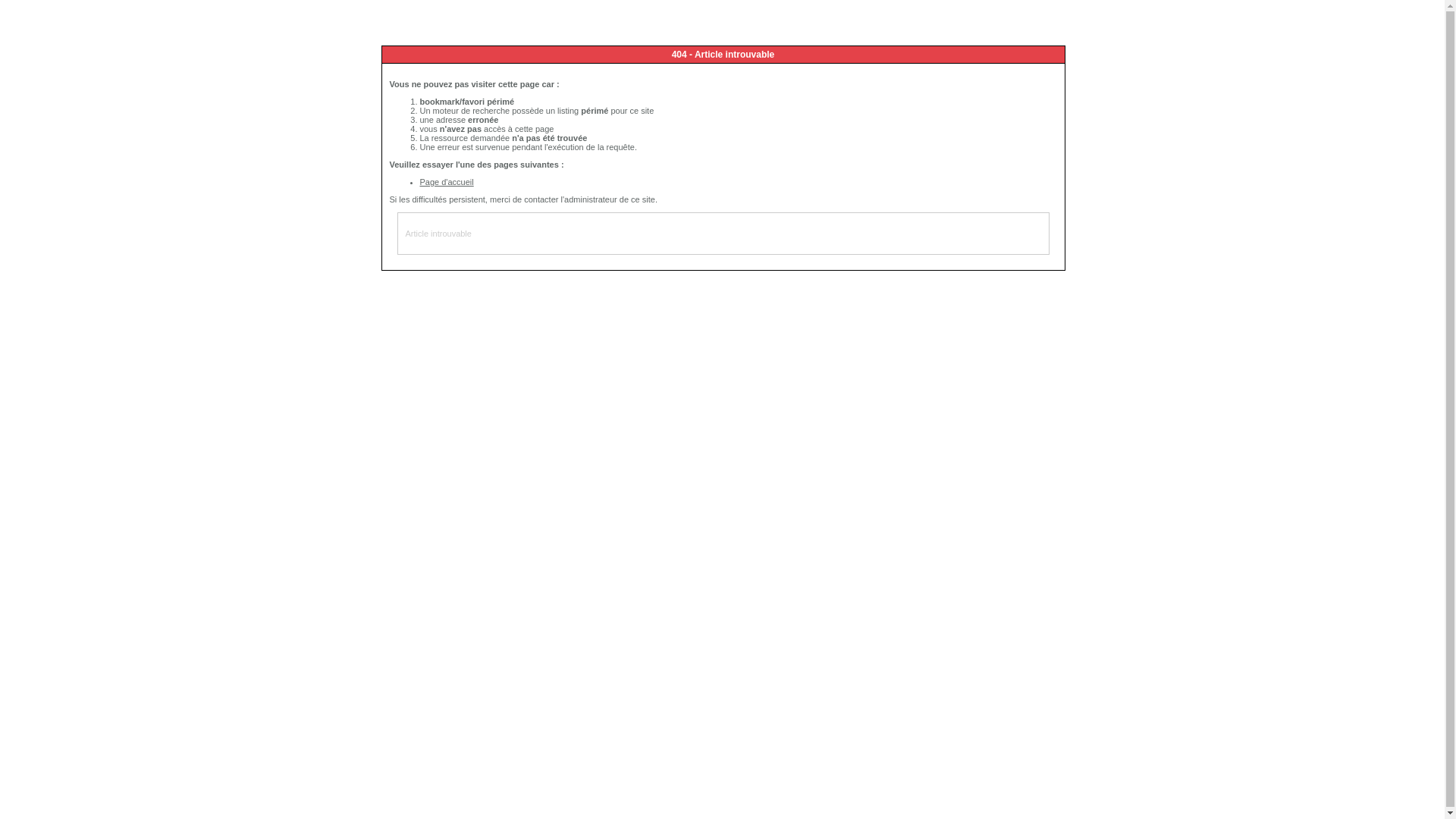  Describe the element at coordinates (446, 180) in the screenshot. I see `'Page d'accueil'` at that location.